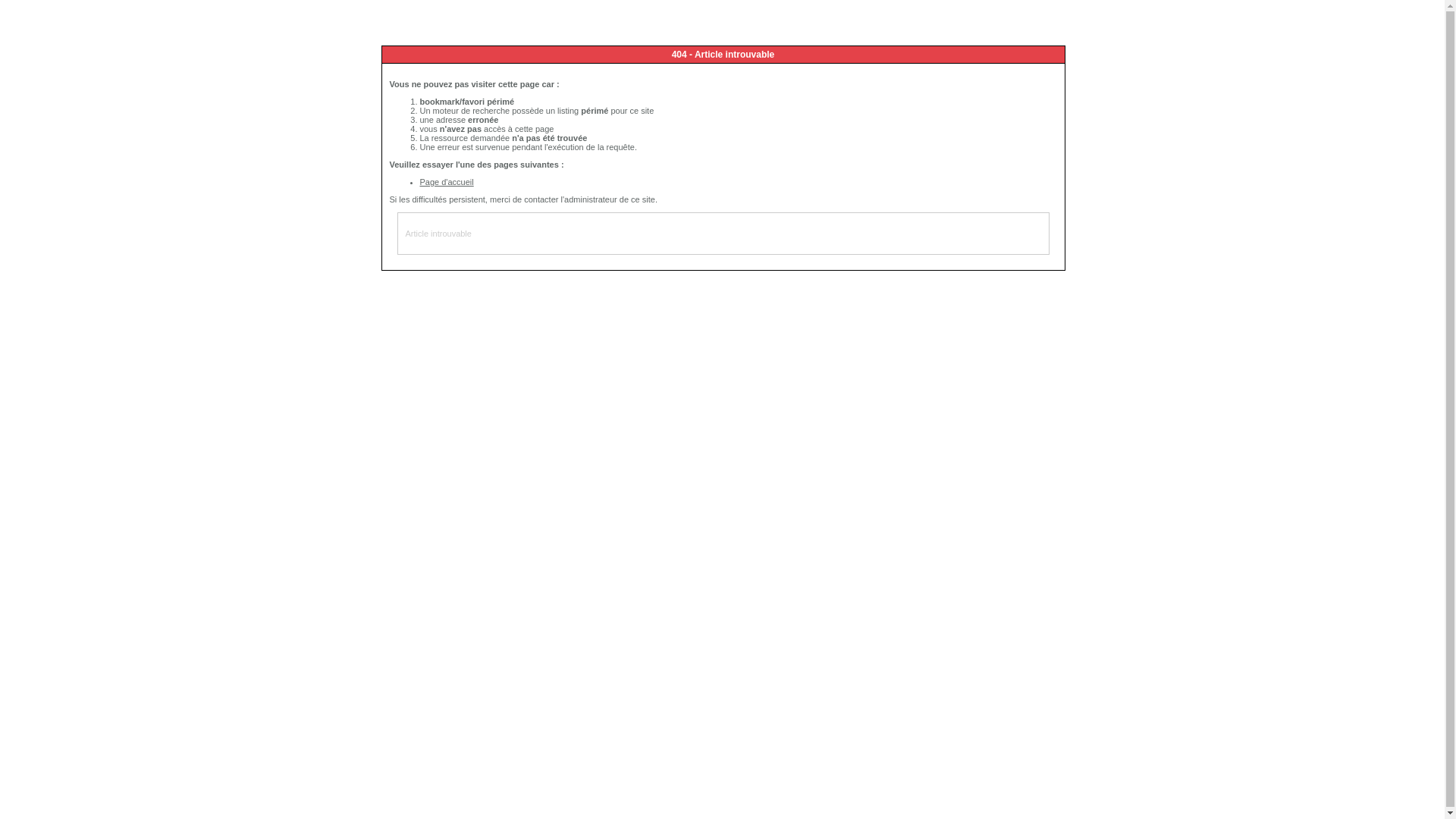  Describe the element at coordinates (446, 180) in the screenshot. I see `'Page d'accueil'` at that location.